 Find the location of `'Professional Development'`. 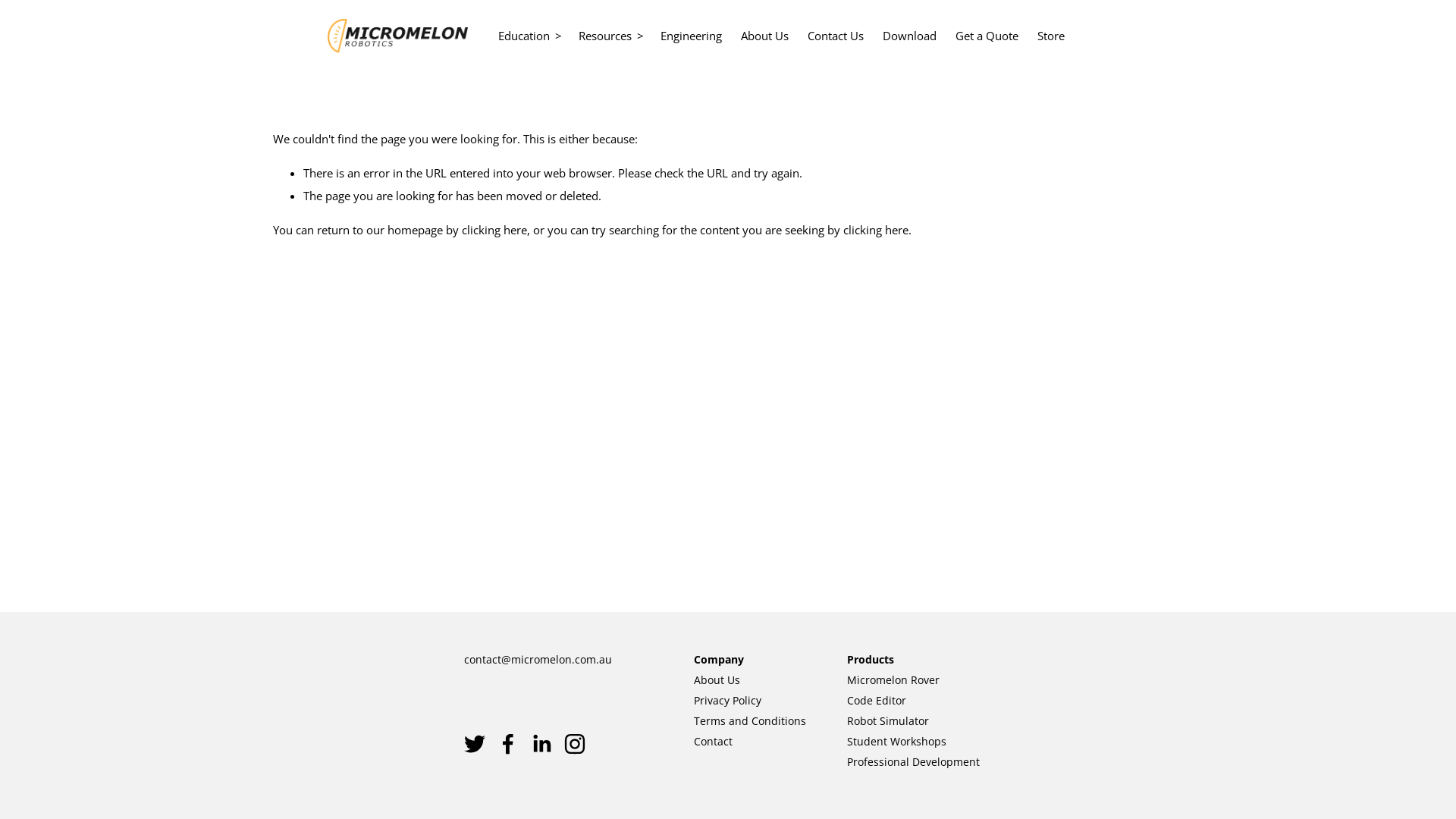

'Professional Development' is located at coordinates (912, 762).